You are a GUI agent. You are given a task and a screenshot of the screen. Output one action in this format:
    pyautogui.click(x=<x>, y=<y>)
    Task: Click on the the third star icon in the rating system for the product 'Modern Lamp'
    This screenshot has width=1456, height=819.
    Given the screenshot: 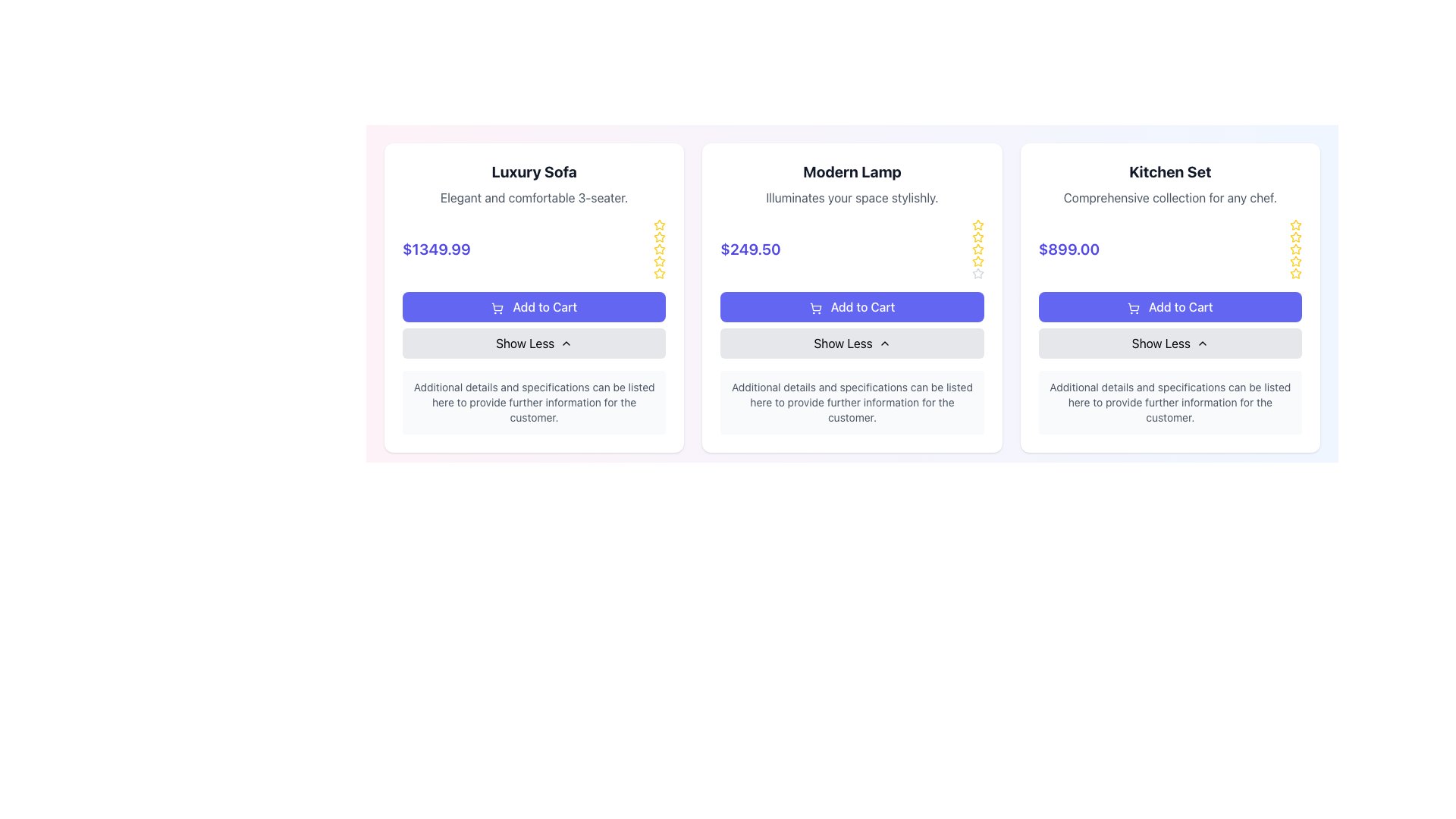 What is the action you would take?
    pyautogui.click(x=977, y=237)
    